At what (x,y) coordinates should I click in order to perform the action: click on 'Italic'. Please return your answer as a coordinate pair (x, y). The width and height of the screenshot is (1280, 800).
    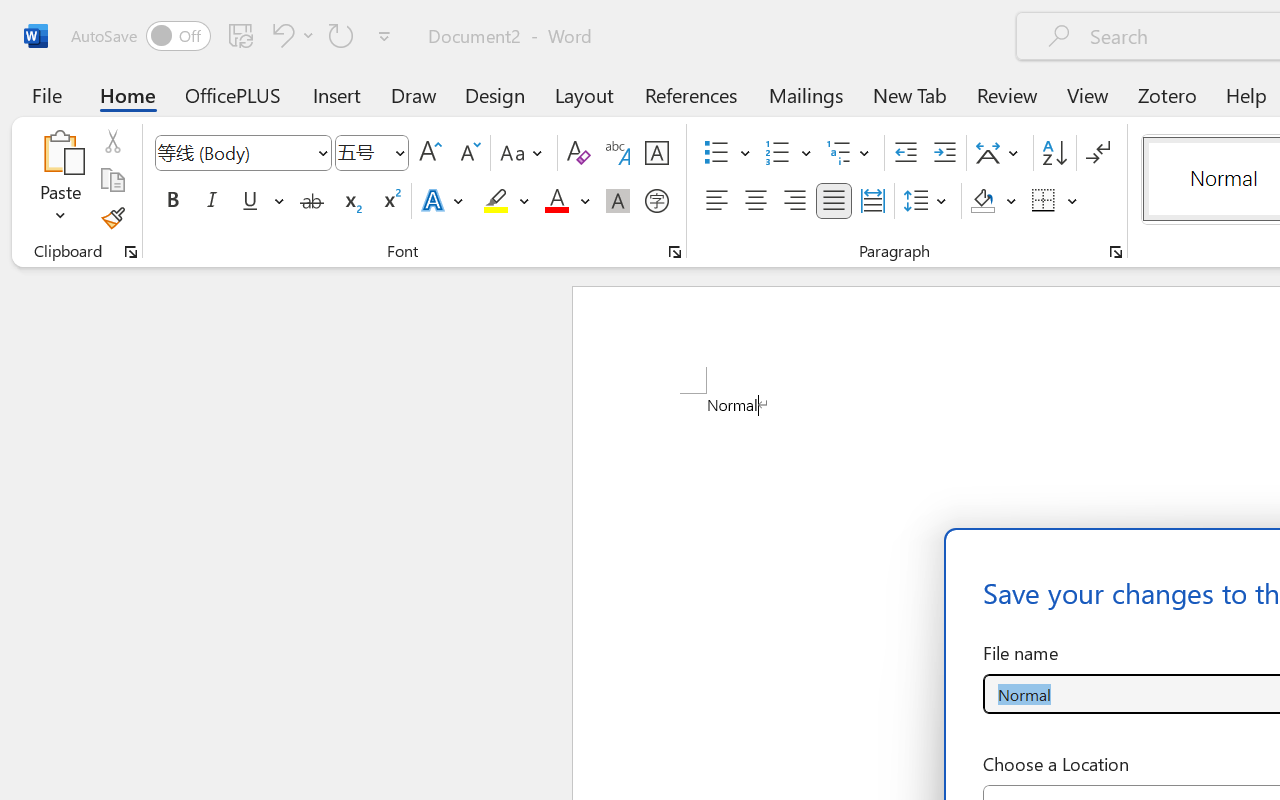
    Looking at the image, I should click on (212, 201).